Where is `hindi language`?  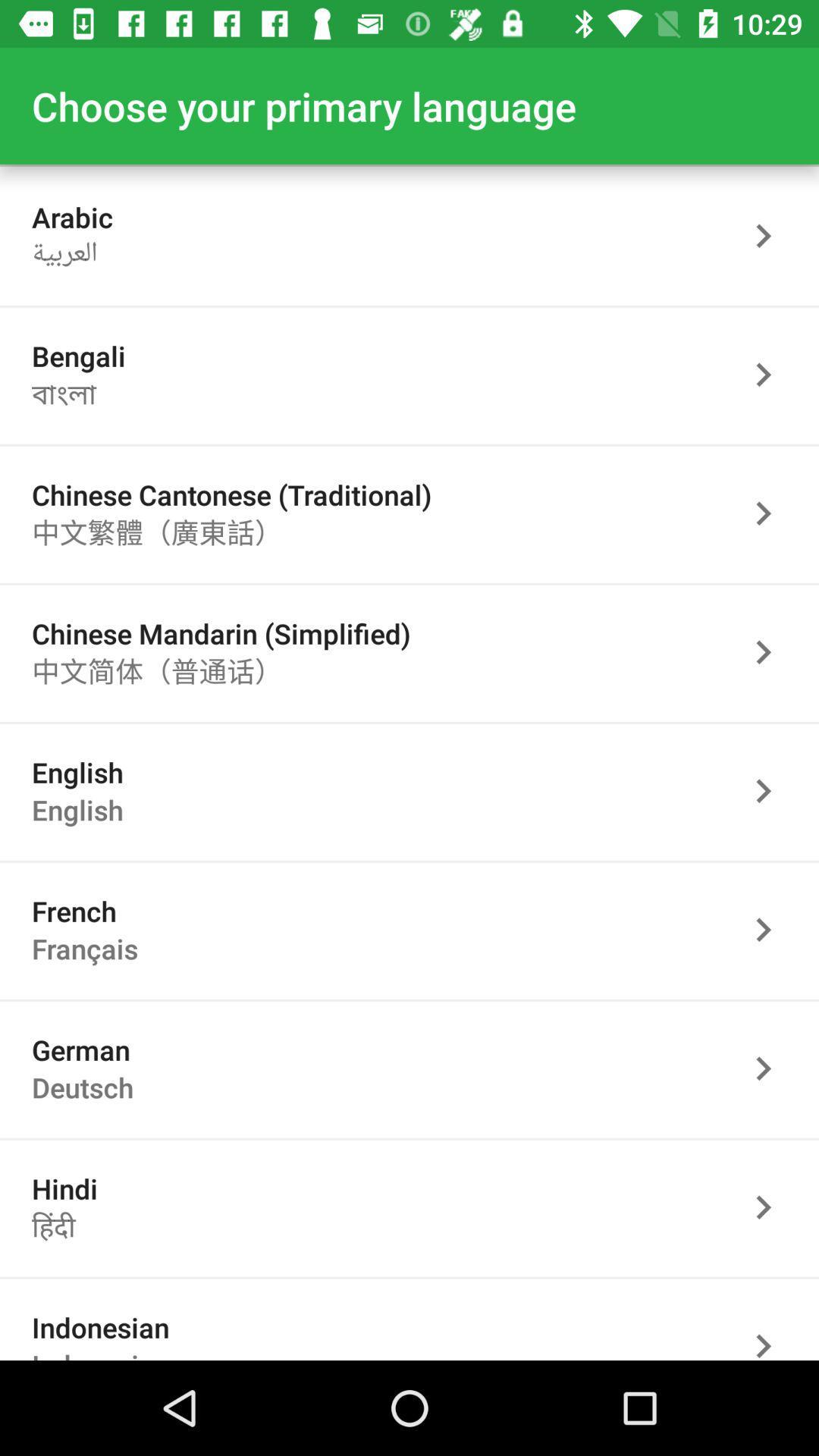 hindi language is located at coordinates (771, 1207).